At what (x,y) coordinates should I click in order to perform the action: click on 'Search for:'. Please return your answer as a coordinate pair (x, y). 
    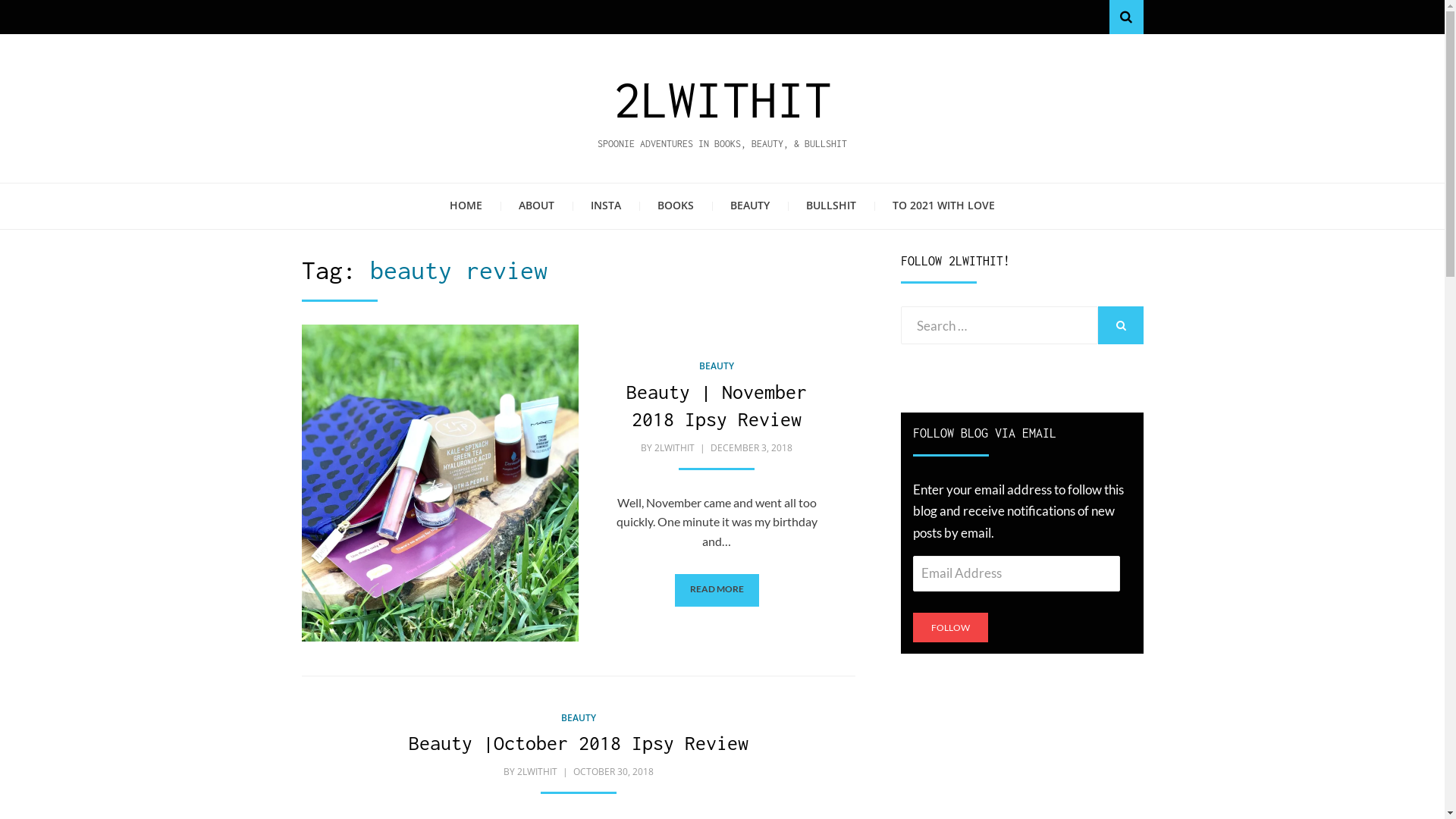
    Looking at the image, I should click on (999, 324).